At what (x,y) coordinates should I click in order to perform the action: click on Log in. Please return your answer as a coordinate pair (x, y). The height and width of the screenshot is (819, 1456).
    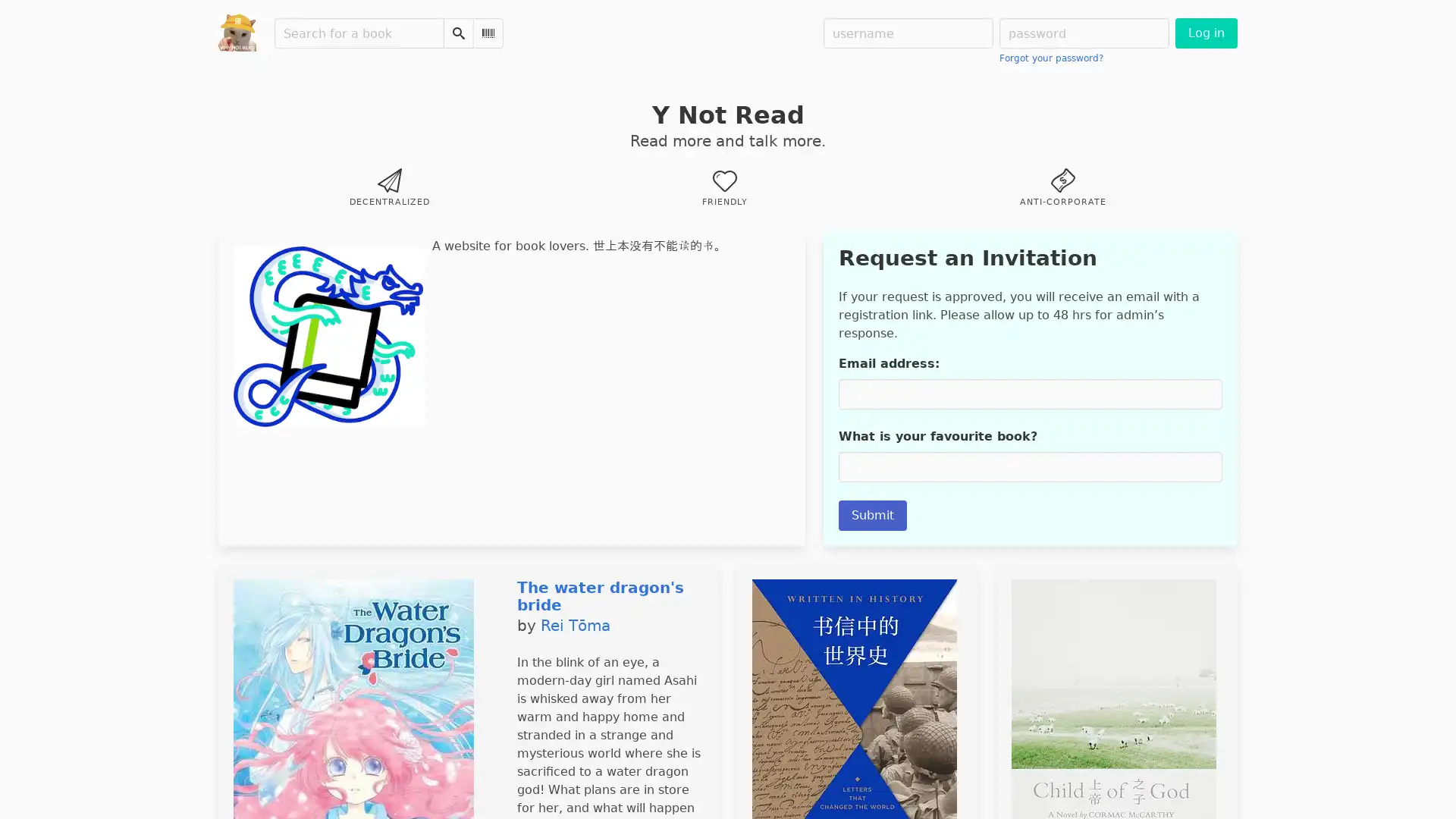
    Looking at the image, I should click on (1205, 33).